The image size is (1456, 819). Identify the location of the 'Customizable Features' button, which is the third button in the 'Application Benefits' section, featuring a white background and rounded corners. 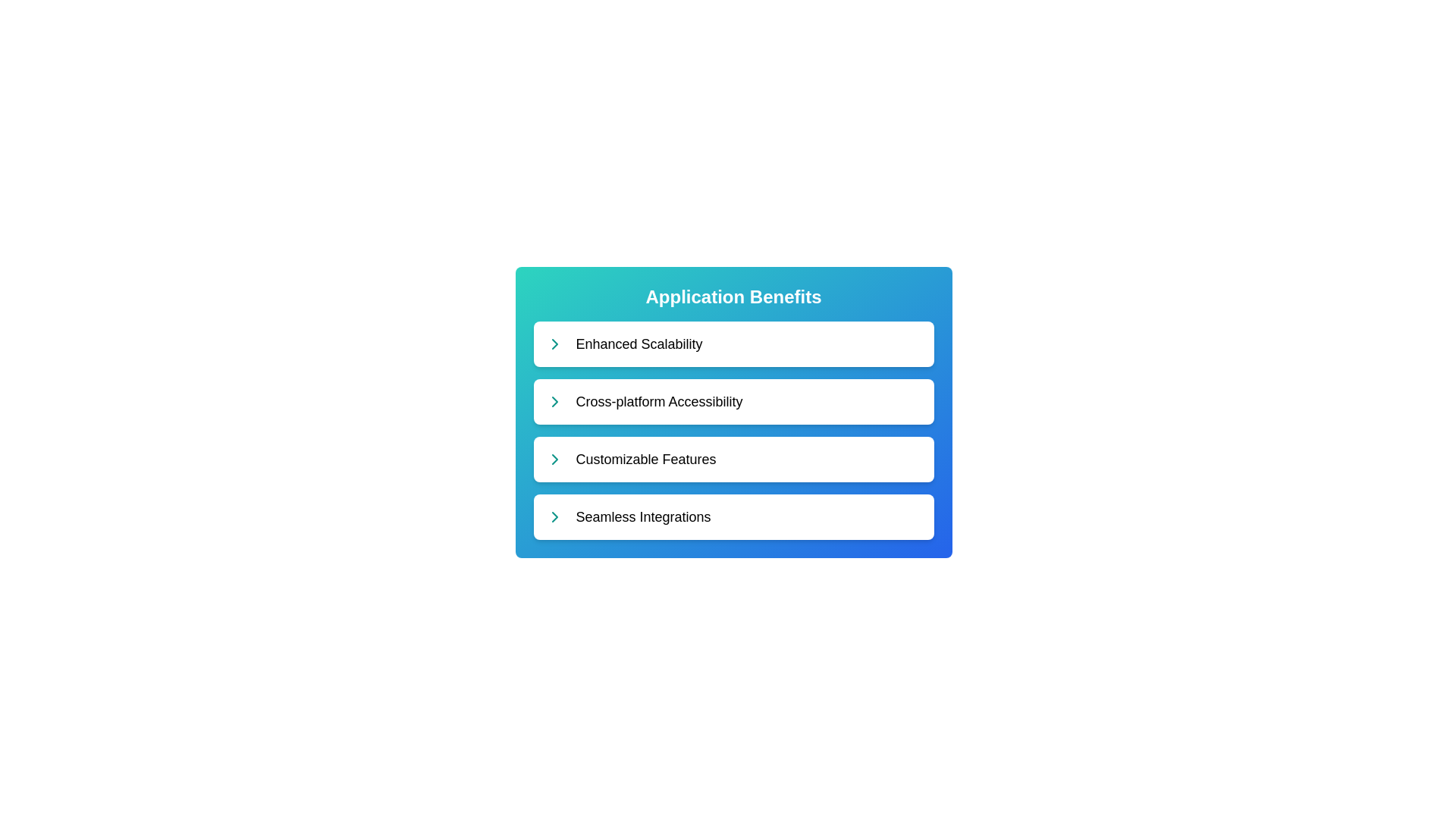
(733, 458).